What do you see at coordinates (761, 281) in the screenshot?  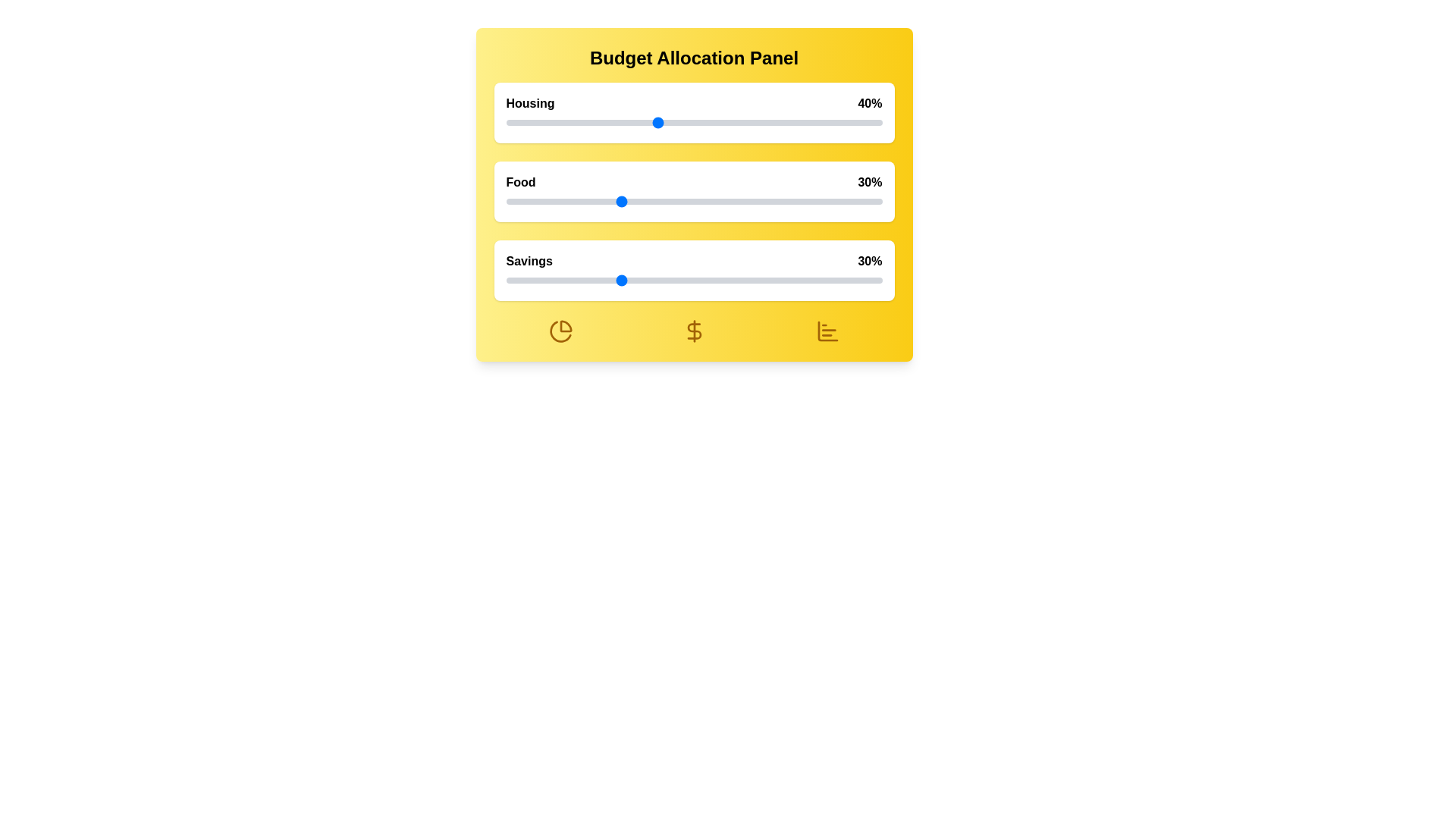 I see `the slider` at bounding box center [761, 281].